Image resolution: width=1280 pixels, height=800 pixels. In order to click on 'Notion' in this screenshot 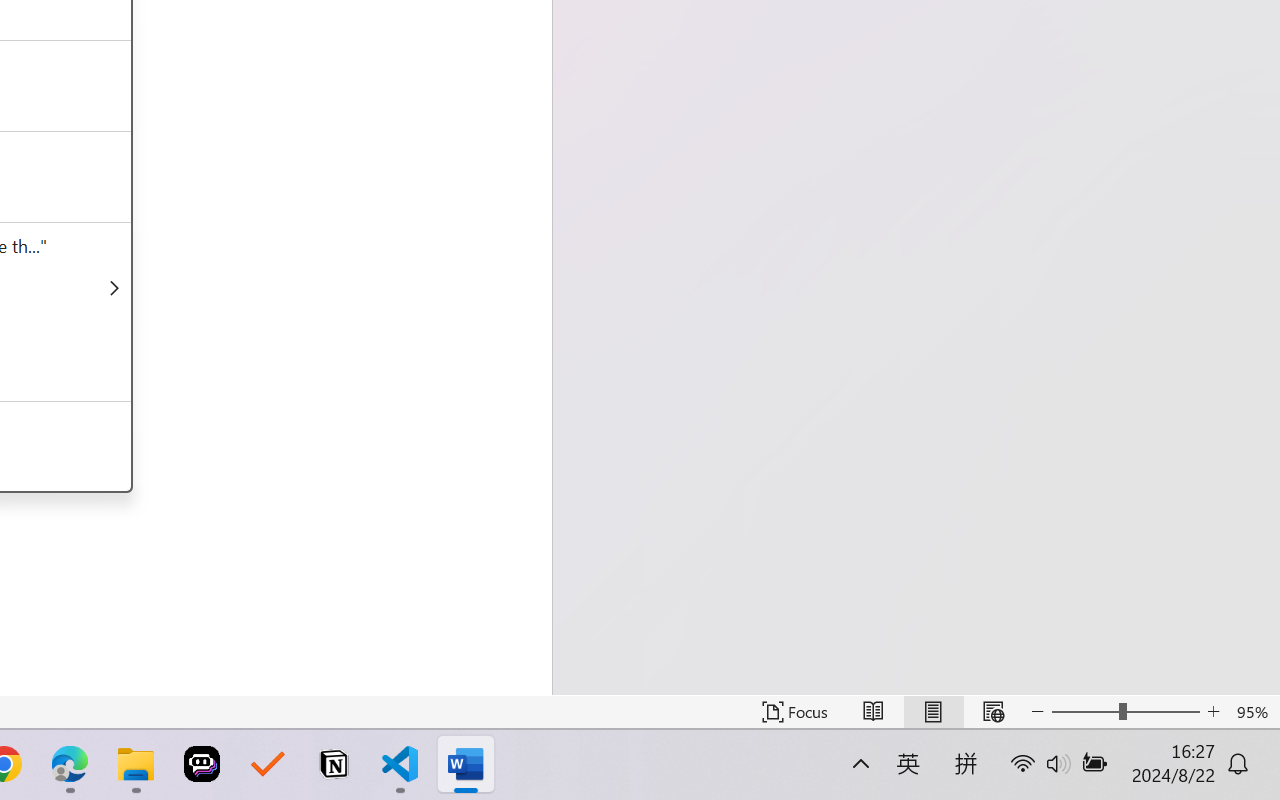, I will do `click(334, 764)`.